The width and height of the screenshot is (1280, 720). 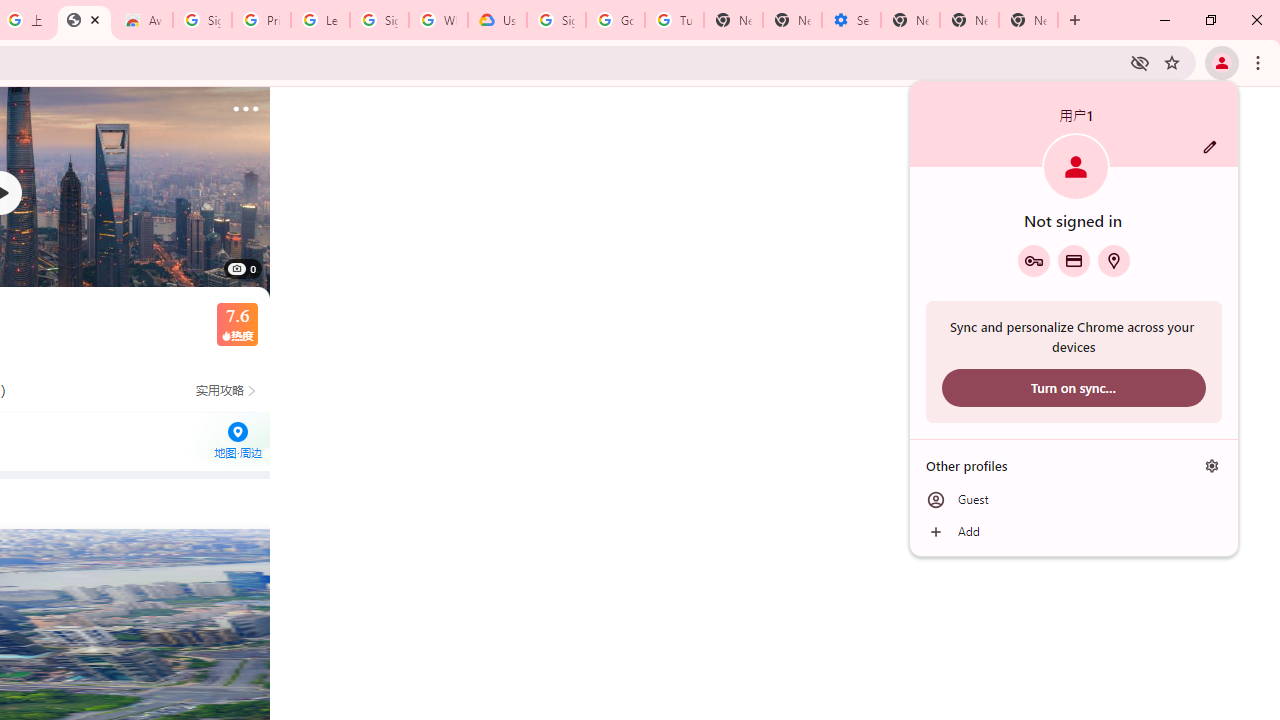 I want to click on 'New Tab', so click(x=1028, y=20).